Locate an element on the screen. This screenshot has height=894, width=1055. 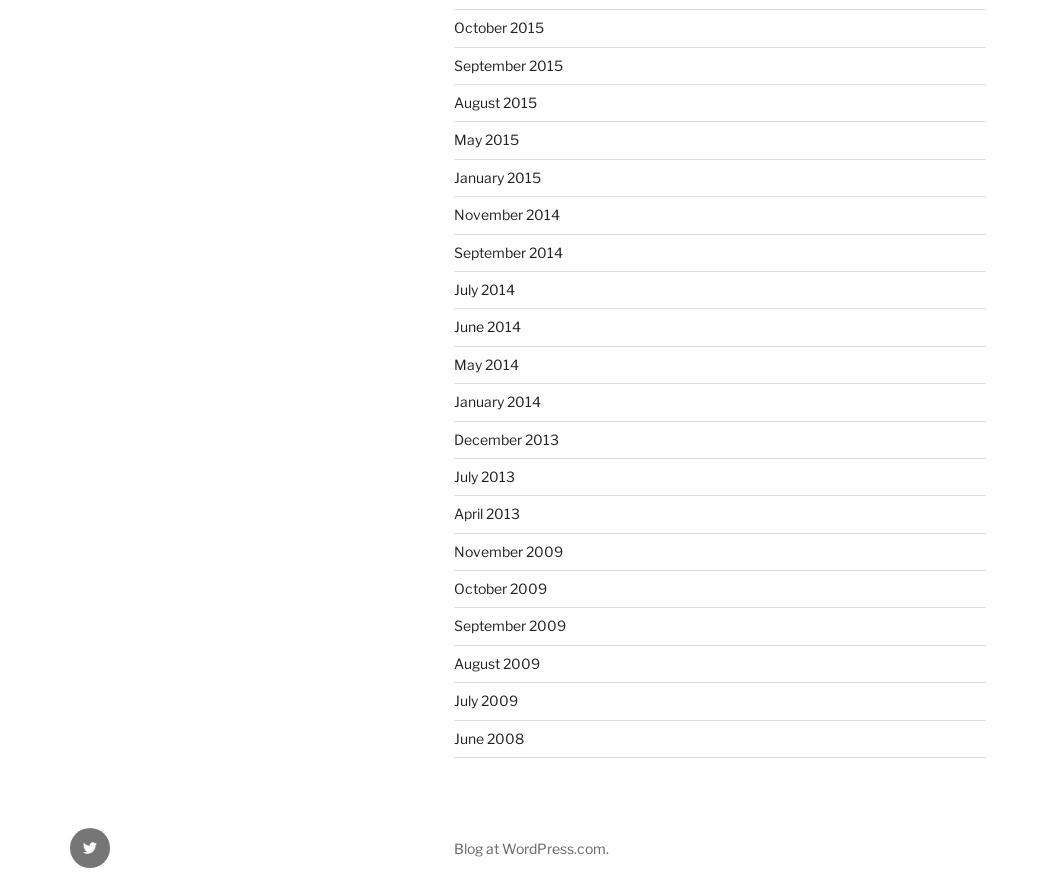
'August 2009' is located at coordinates (497, 662).